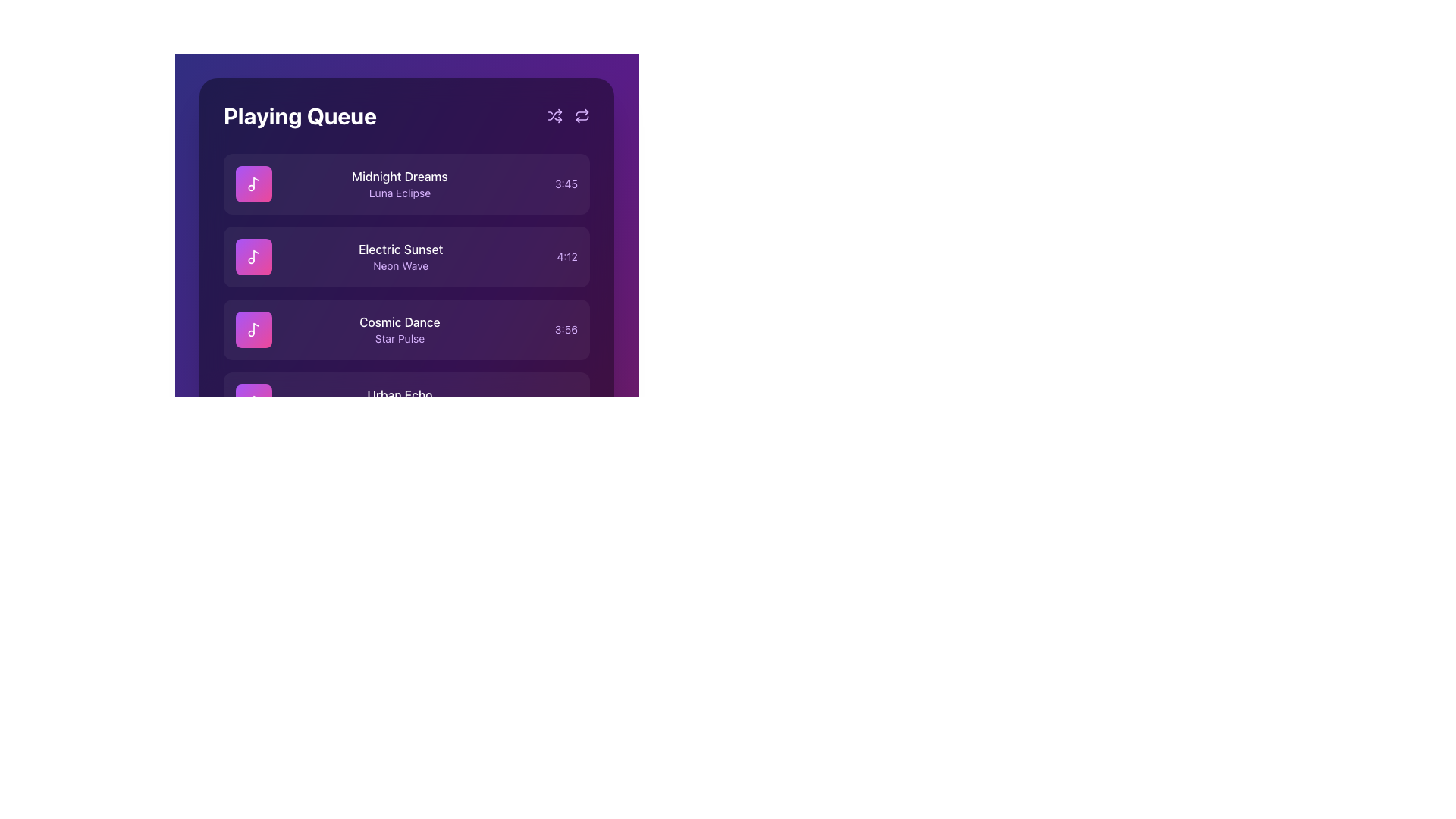 The height and width of the screenshot is (819, 1456). Describe the element at coordinates (406, 329) in the screenshot. I see `the third item in the 'Playing Queue' section, which represents a music track` at that location.